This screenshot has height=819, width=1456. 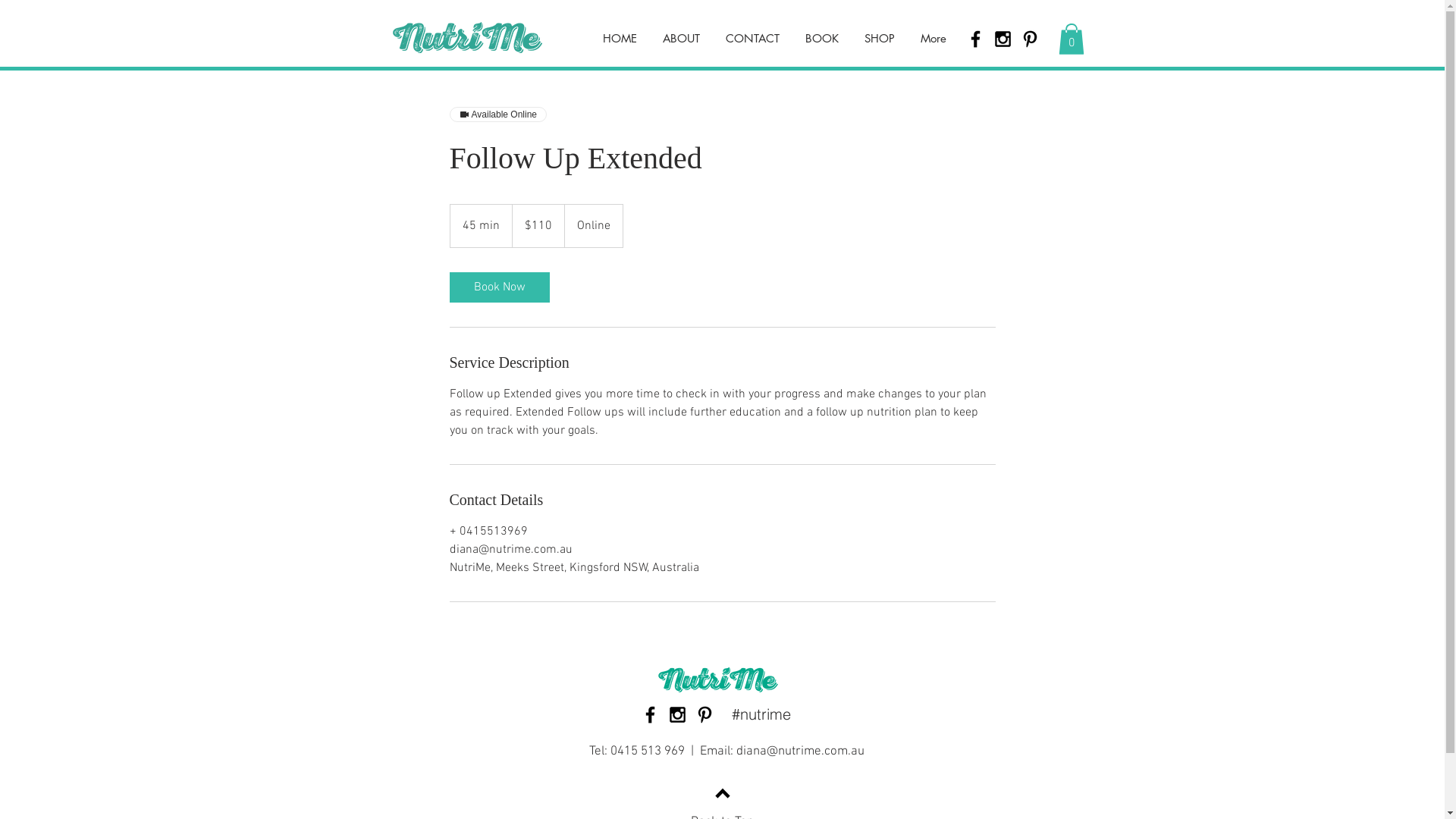 What do you see at coordinates (821, 37) in the screenshot?
I see `'BOOK'` at bounding box center [821, 37].